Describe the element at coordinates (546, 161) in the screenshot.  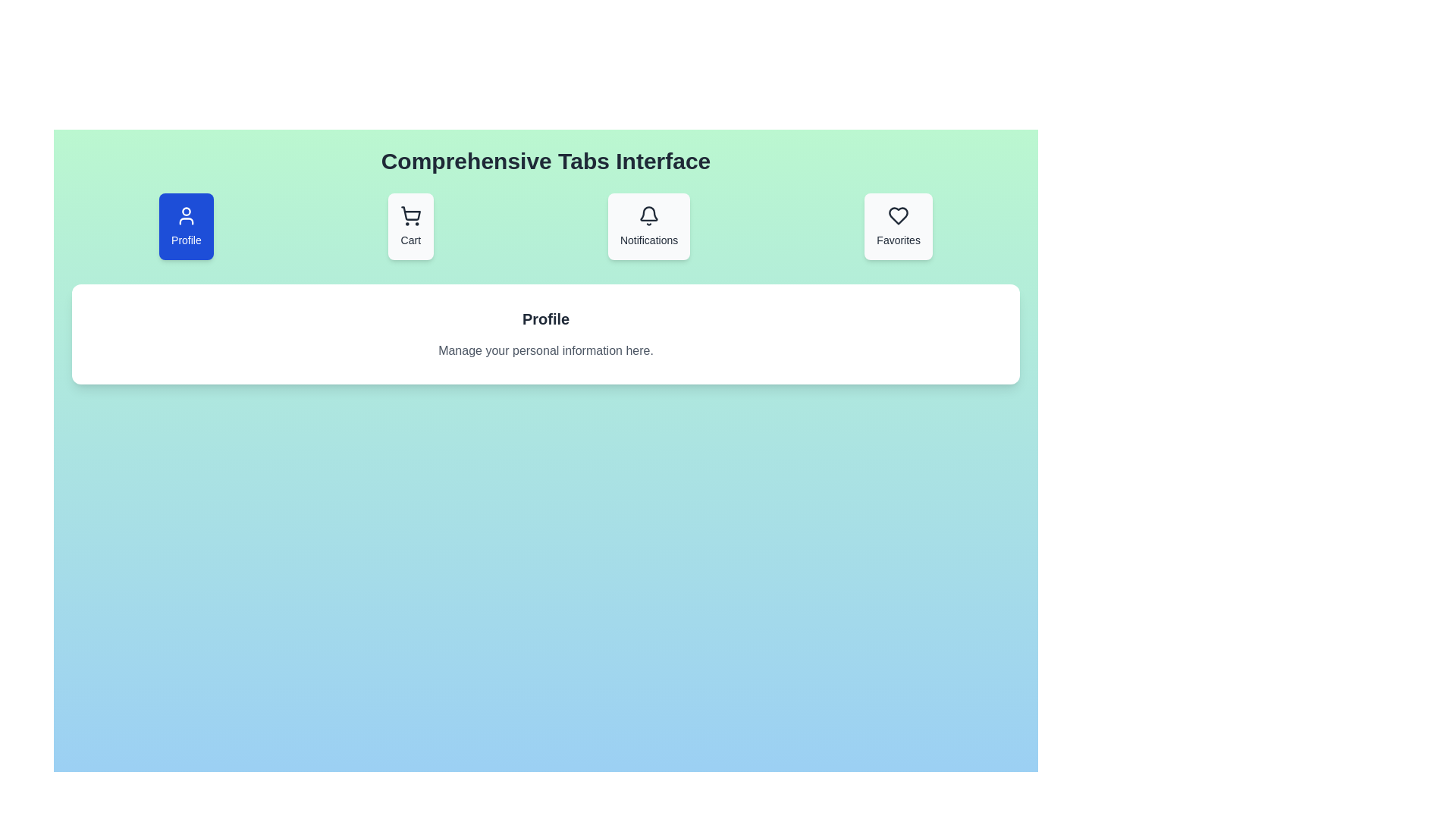
I see `the Text label that serves as a title or header for the interface, located at the top central area just below the header section` at that location.